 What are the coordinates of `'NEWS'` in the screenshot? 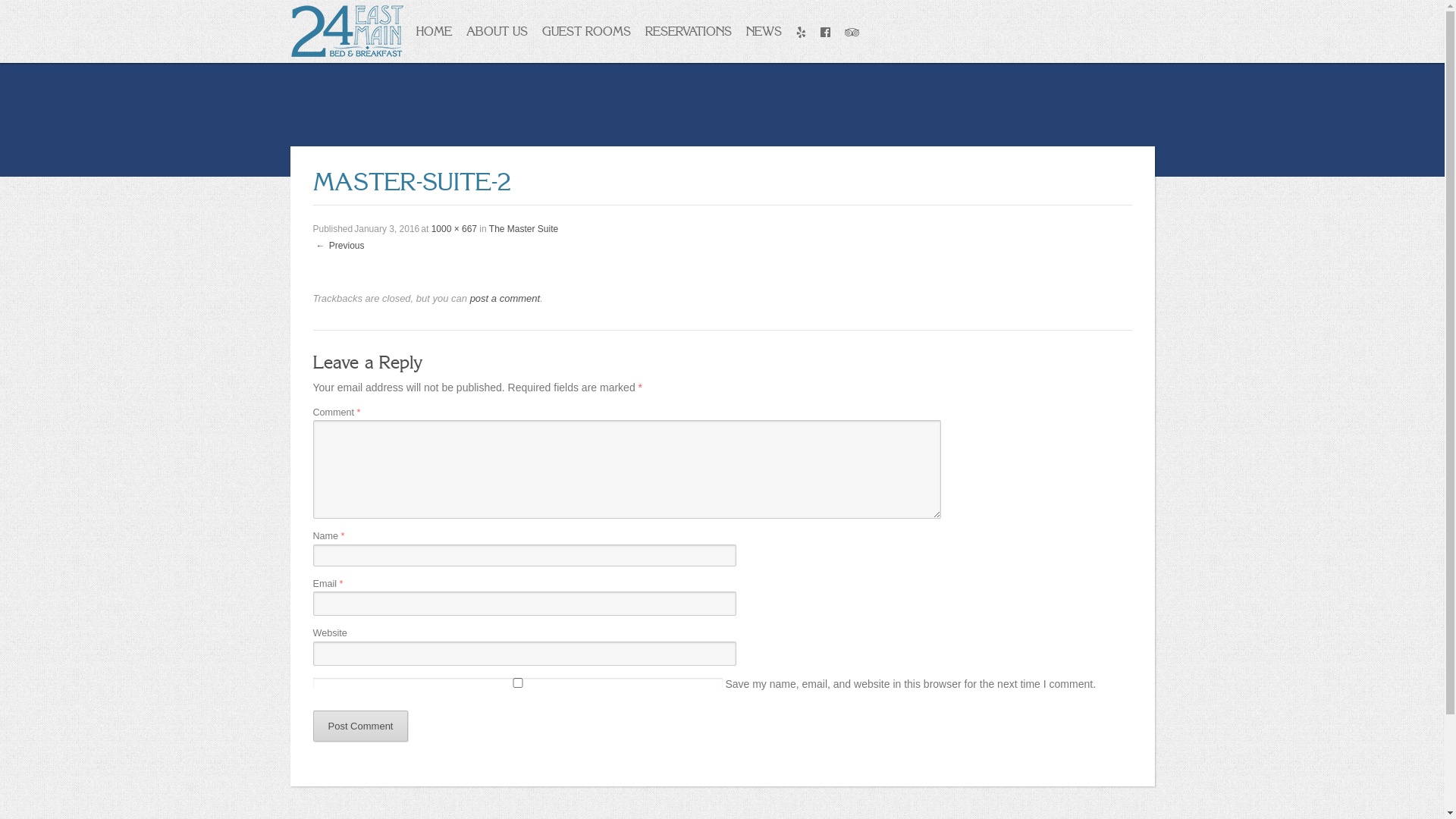 It's located at (764, 31).